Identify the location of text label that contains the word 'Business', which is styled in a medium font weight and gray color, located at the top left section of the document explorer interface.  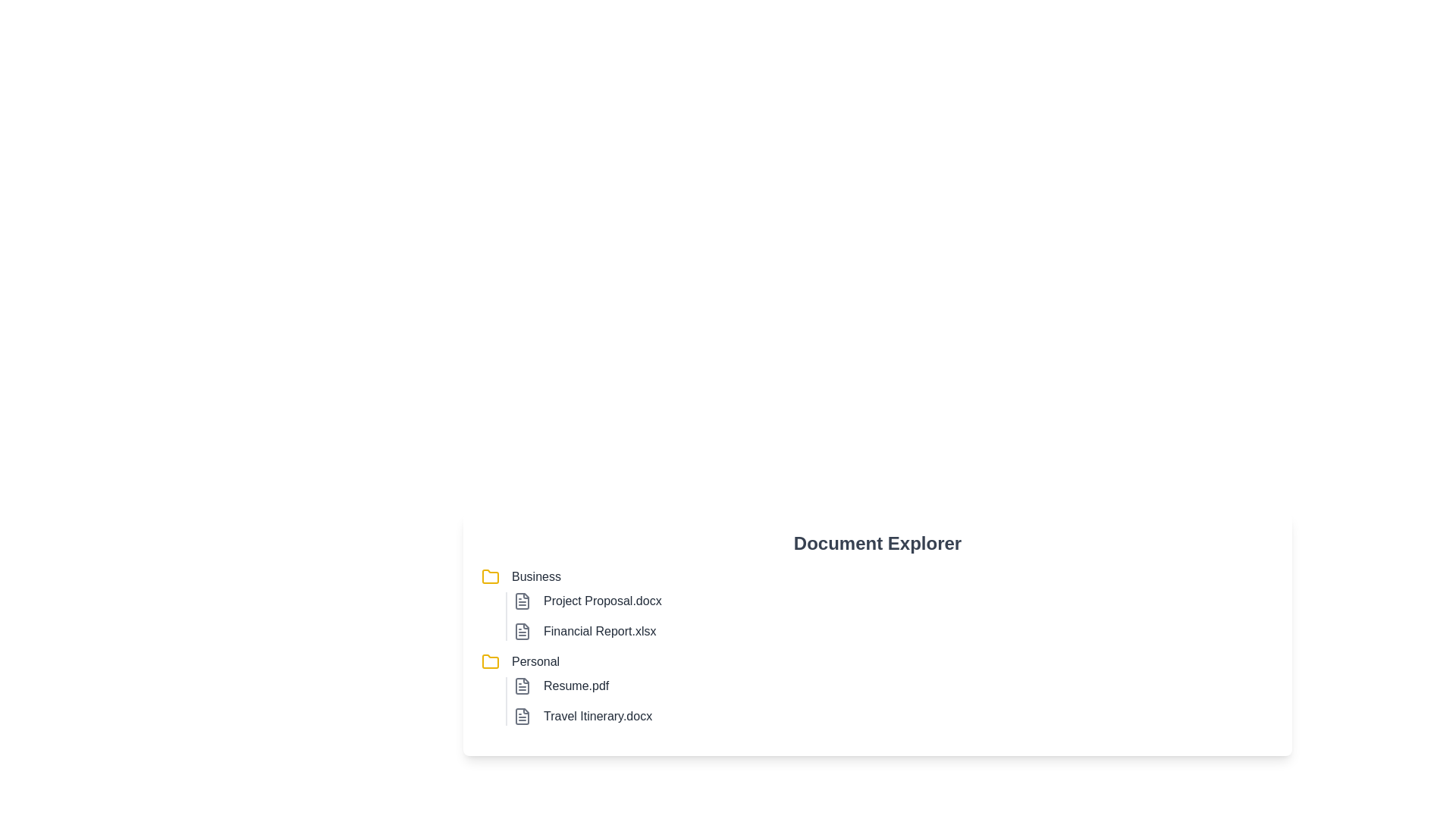
(536, 576).